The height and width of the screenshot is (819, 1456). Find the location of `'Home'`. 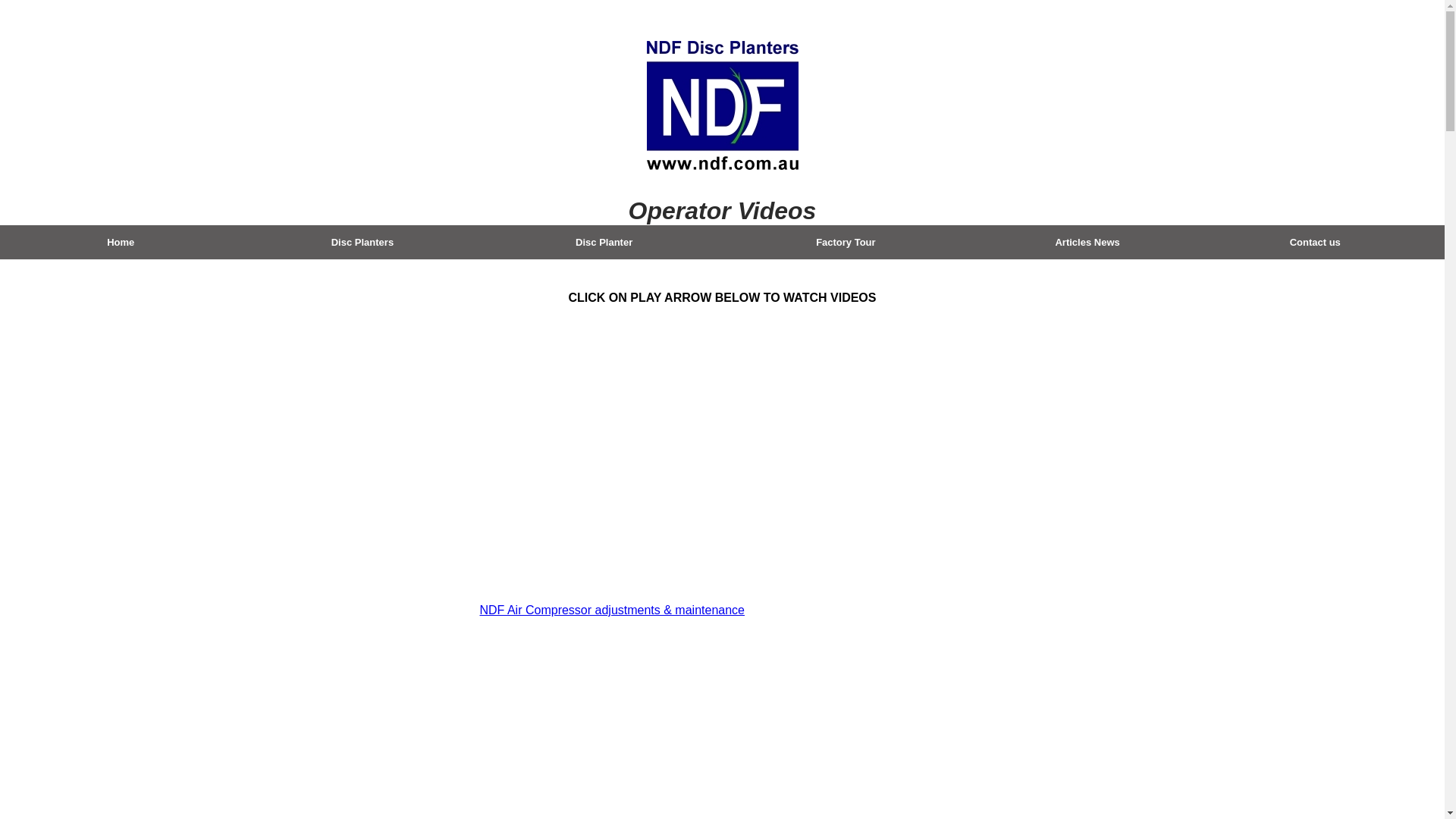

'Home' is located at coordinates (119, 240).